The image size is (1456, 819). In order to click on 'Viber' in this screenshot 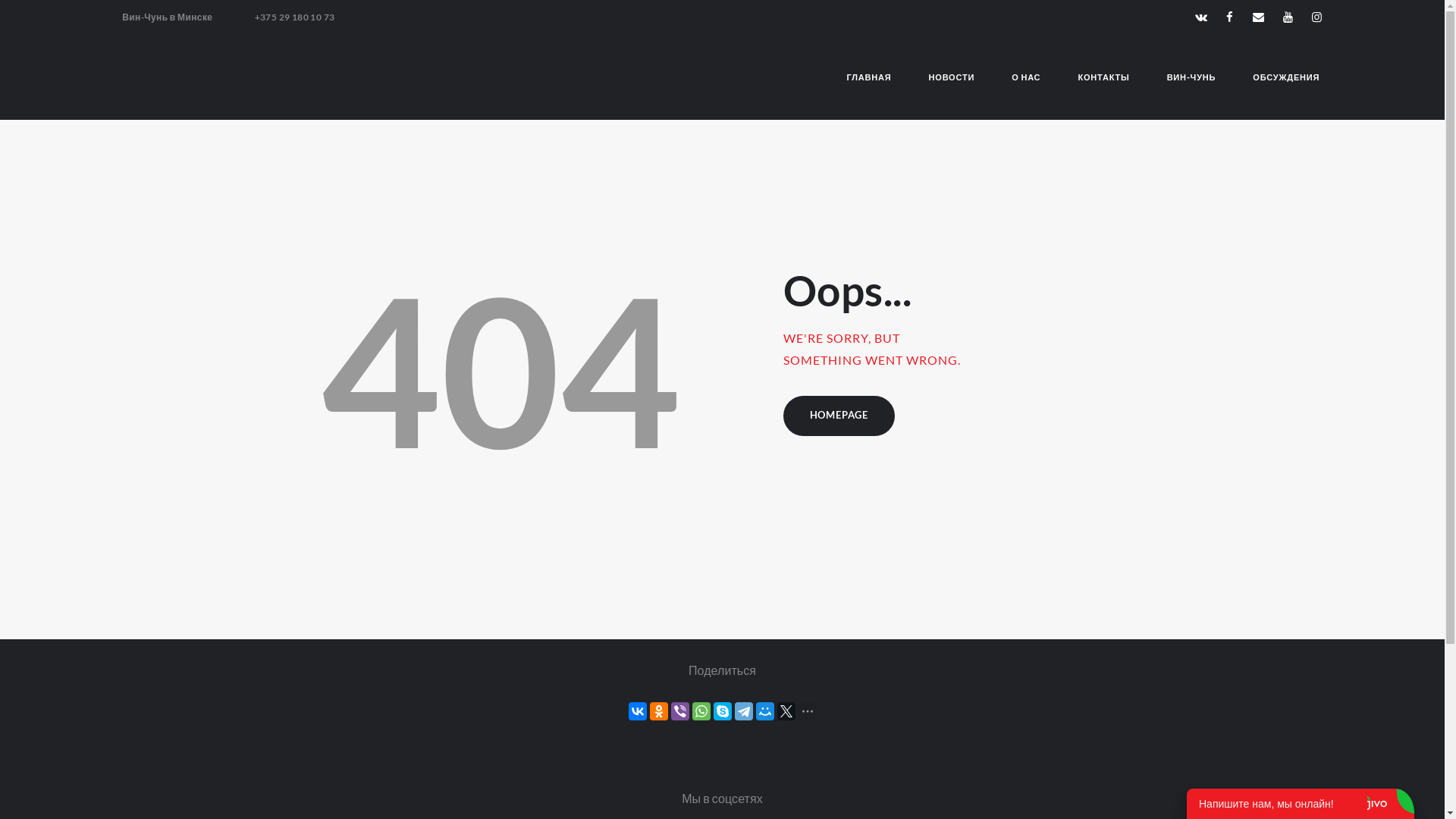, I will do `click(679, 711)`.